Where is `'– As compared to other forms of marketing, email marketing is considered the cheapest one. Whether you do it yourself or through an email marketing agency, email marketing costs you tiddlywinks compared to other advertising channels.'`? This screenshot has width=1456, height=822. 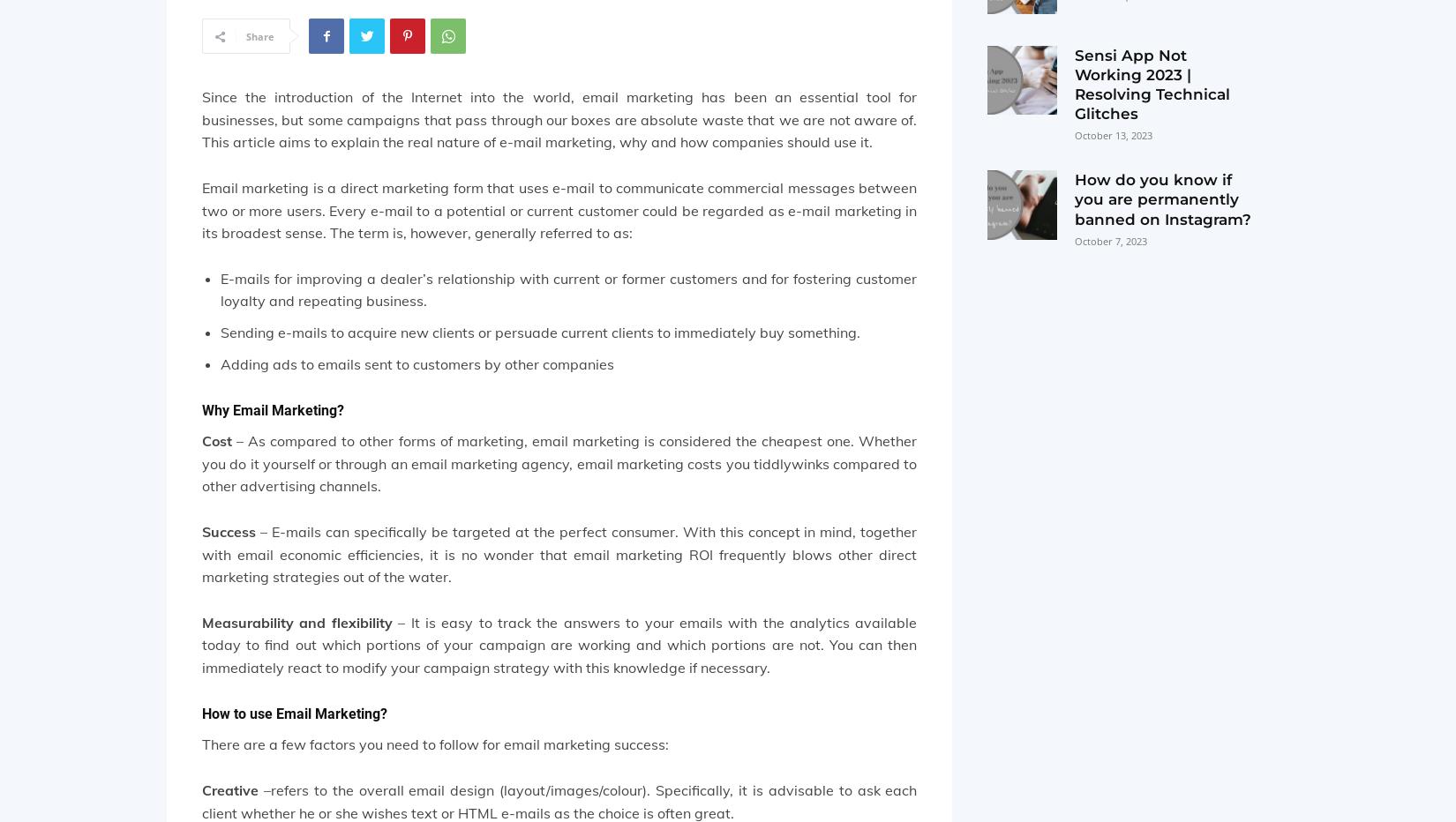 '– As compared to other forms of marketing, email marketing is considered the cheapest one. Whether you do it yourself or through an email marketing agency, email marketing costs you tiddlywinks compared to other advertising channels.' is located at coordinates (558, 463).